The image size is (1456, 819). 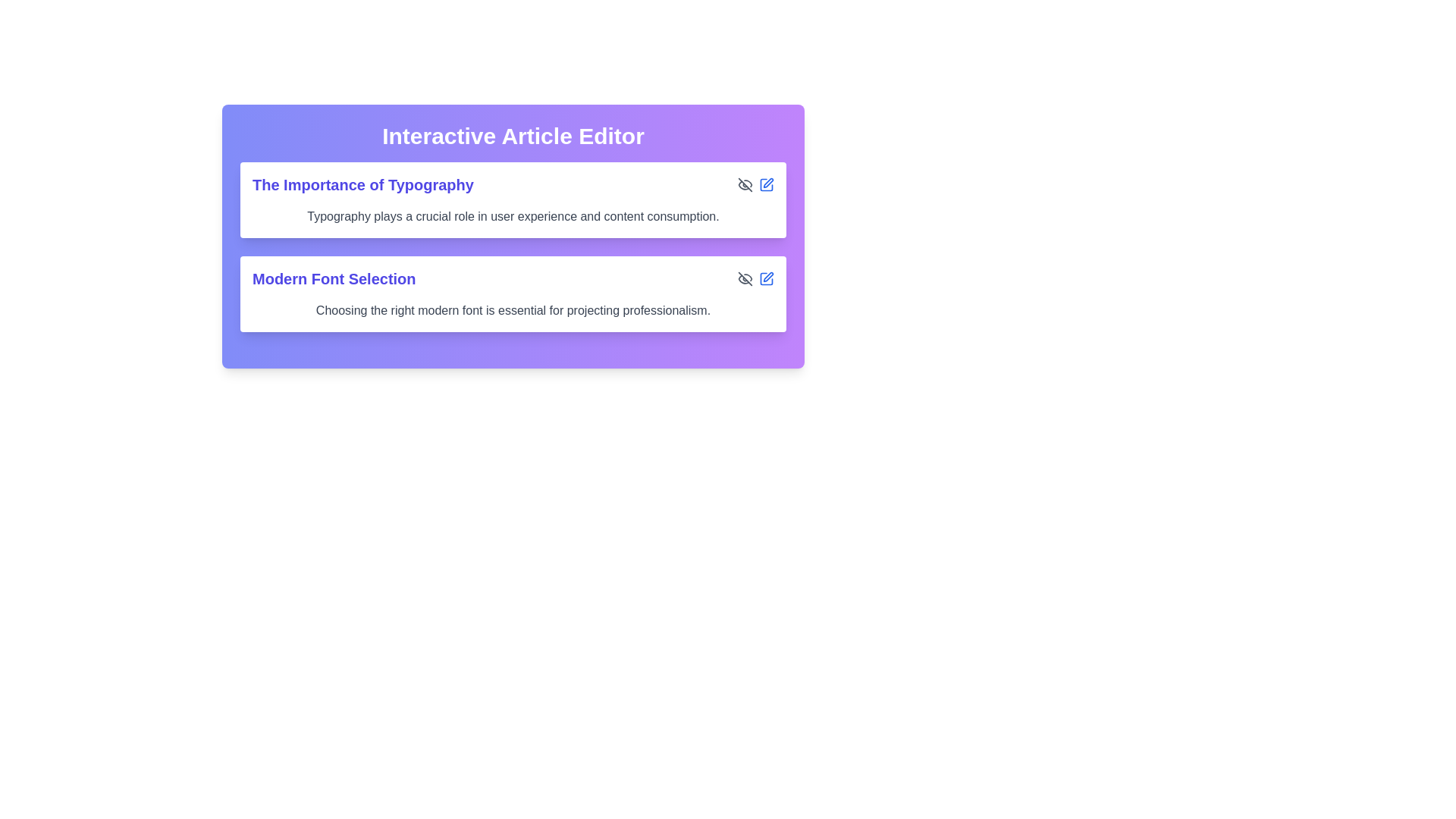 What do you see at coordinates (745, 278) in the screenshot?
I see `the icon button located to the right of the 'Modern Font Selection' title within the purple card interface` at bounding box center [745, 278].